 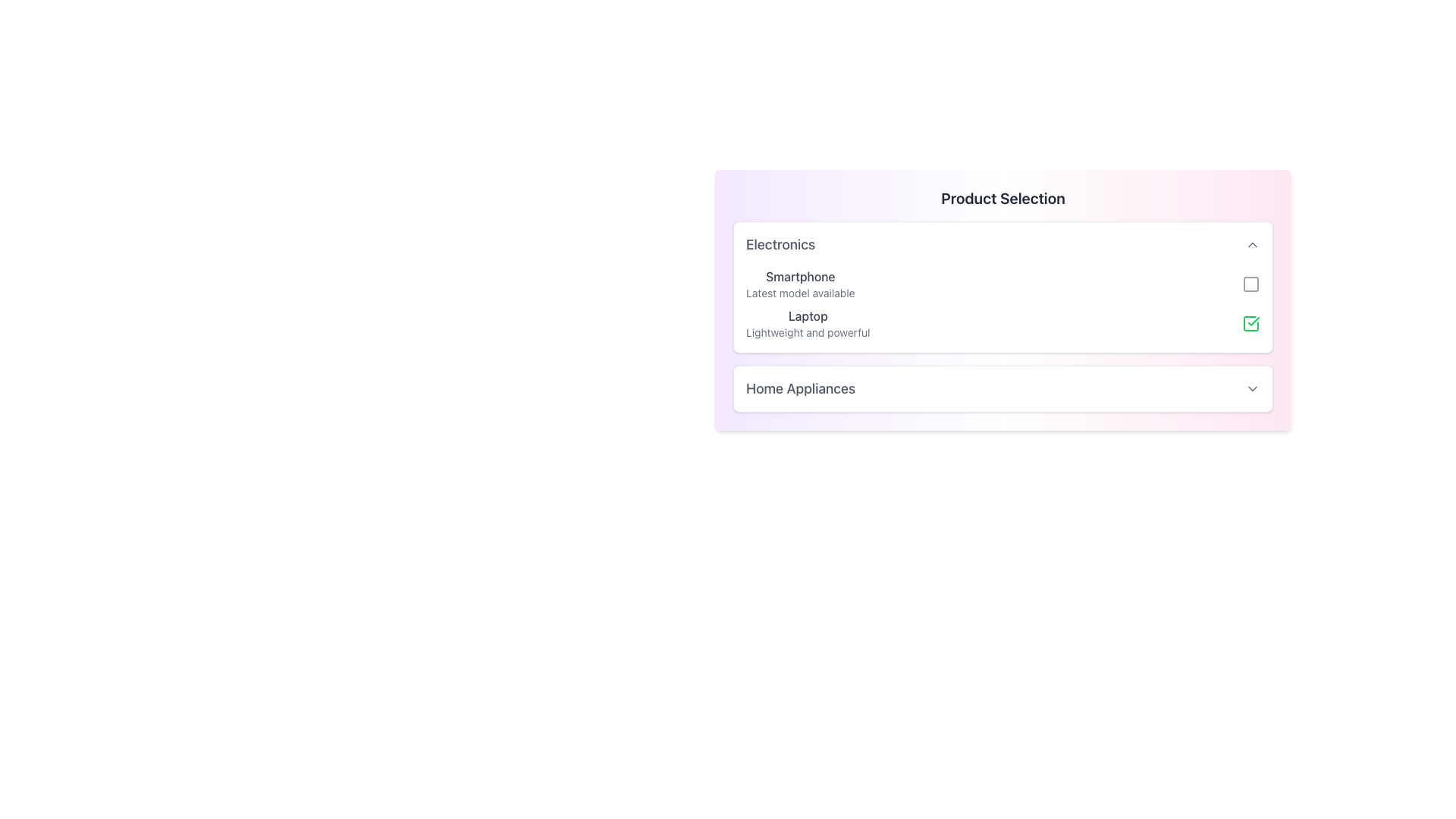 I want to click on the state of the green checkmark icon located within the 'Product Selection' panel, positioned next to the 'Laptop' description in the 'Electronics' list, so click(x=1254, y=321).